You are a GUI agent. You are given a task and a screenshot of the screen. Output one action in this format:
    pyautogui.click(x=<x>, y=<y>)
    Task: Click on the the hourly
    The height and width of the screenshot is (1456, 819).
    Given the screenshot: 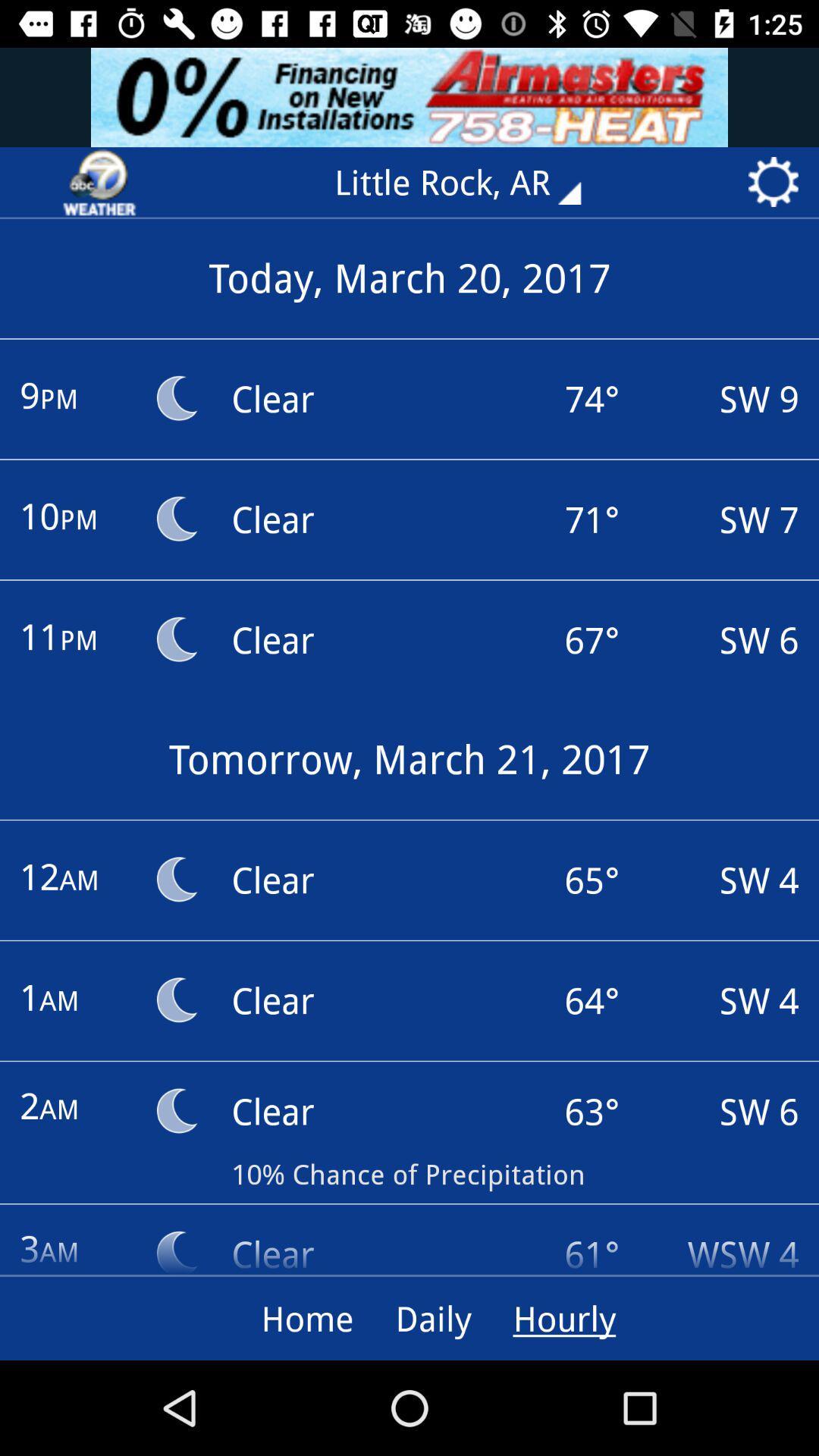 What is the action you would take?
    pyautogui.click(x=564, y=1317)
    